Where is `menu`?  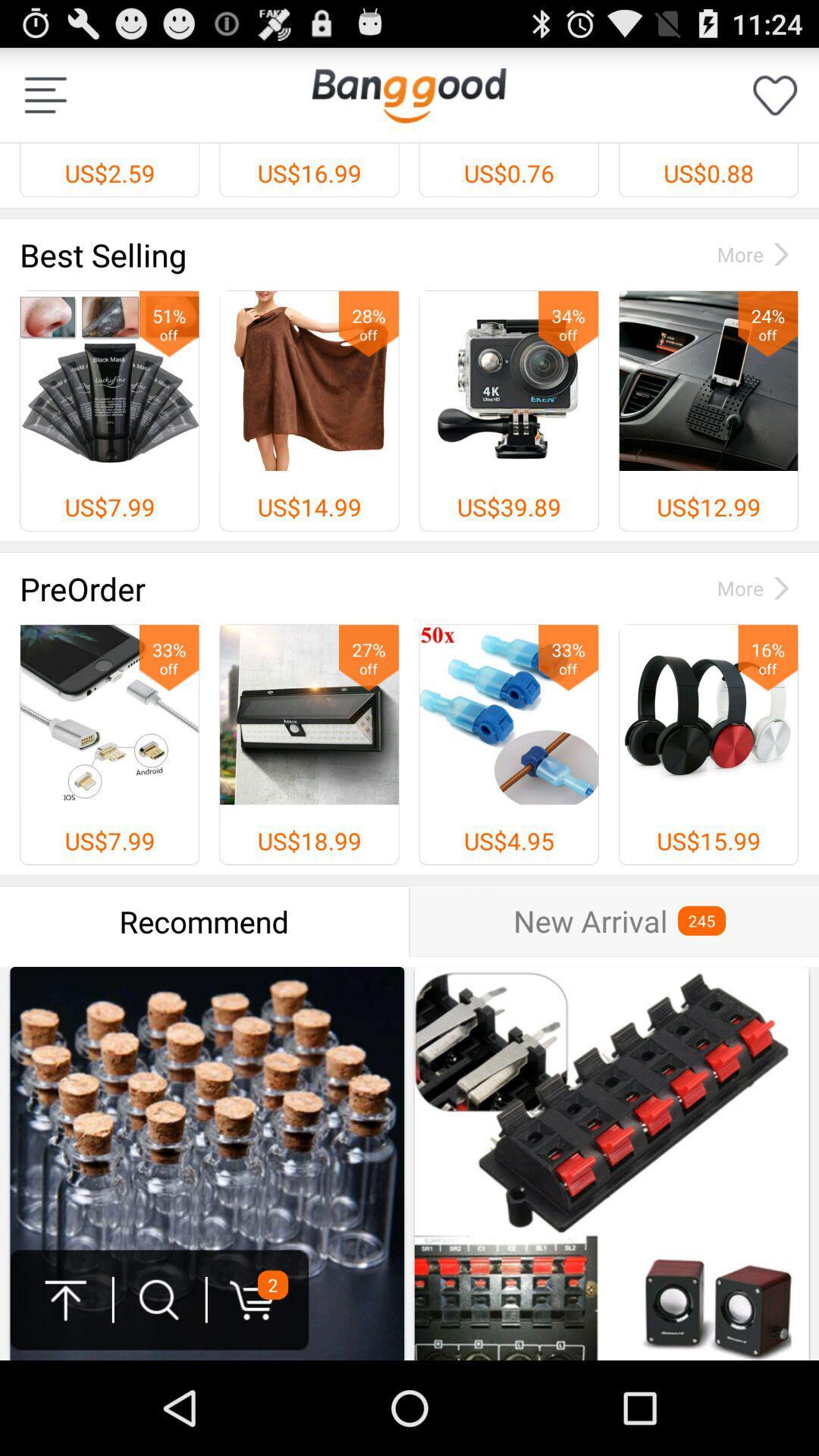
menu is located at coordinates (45, 94).